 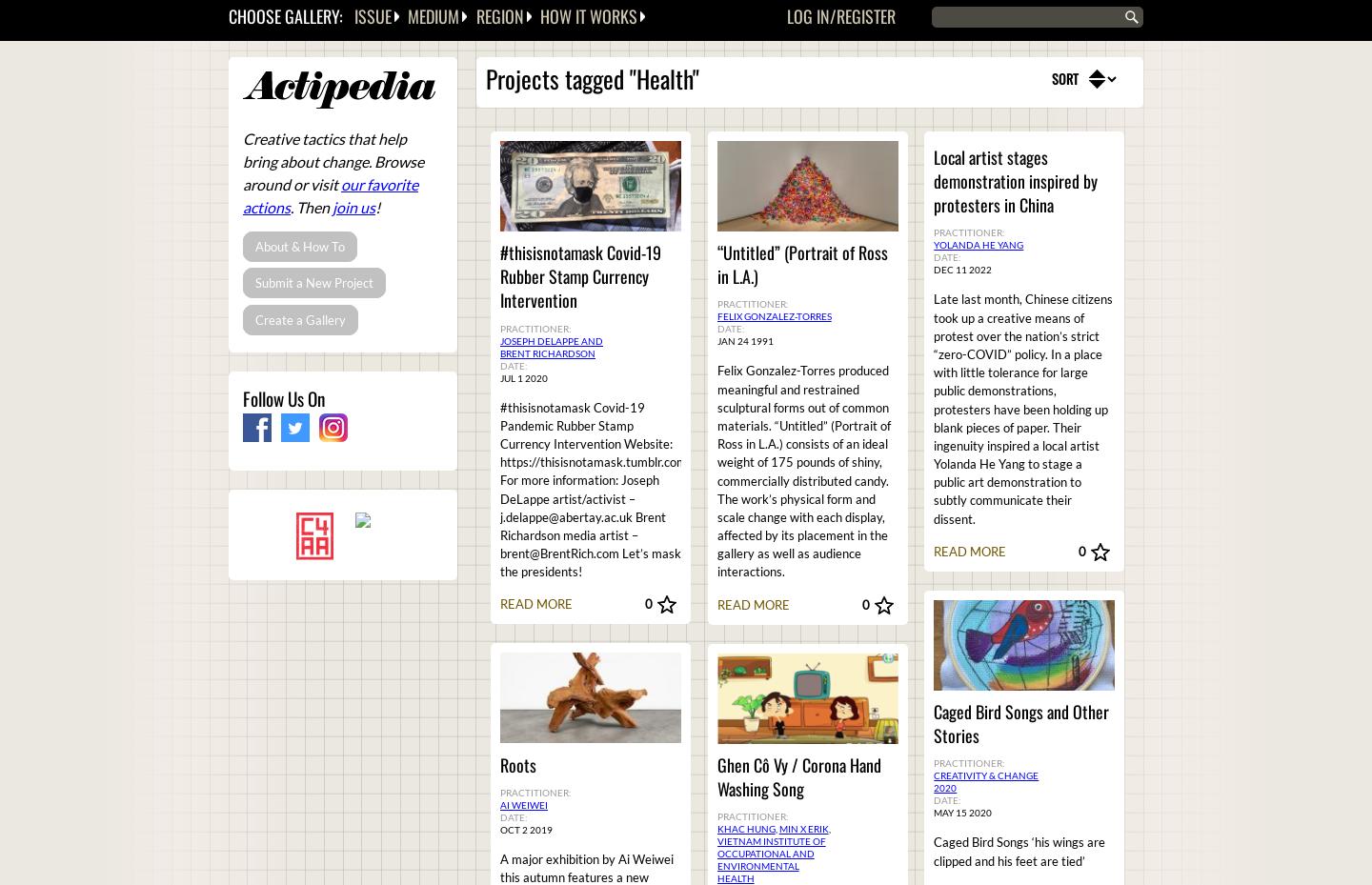 I want to click on 'Felix Gonzalez-Torres', so click(x=774, y=316).